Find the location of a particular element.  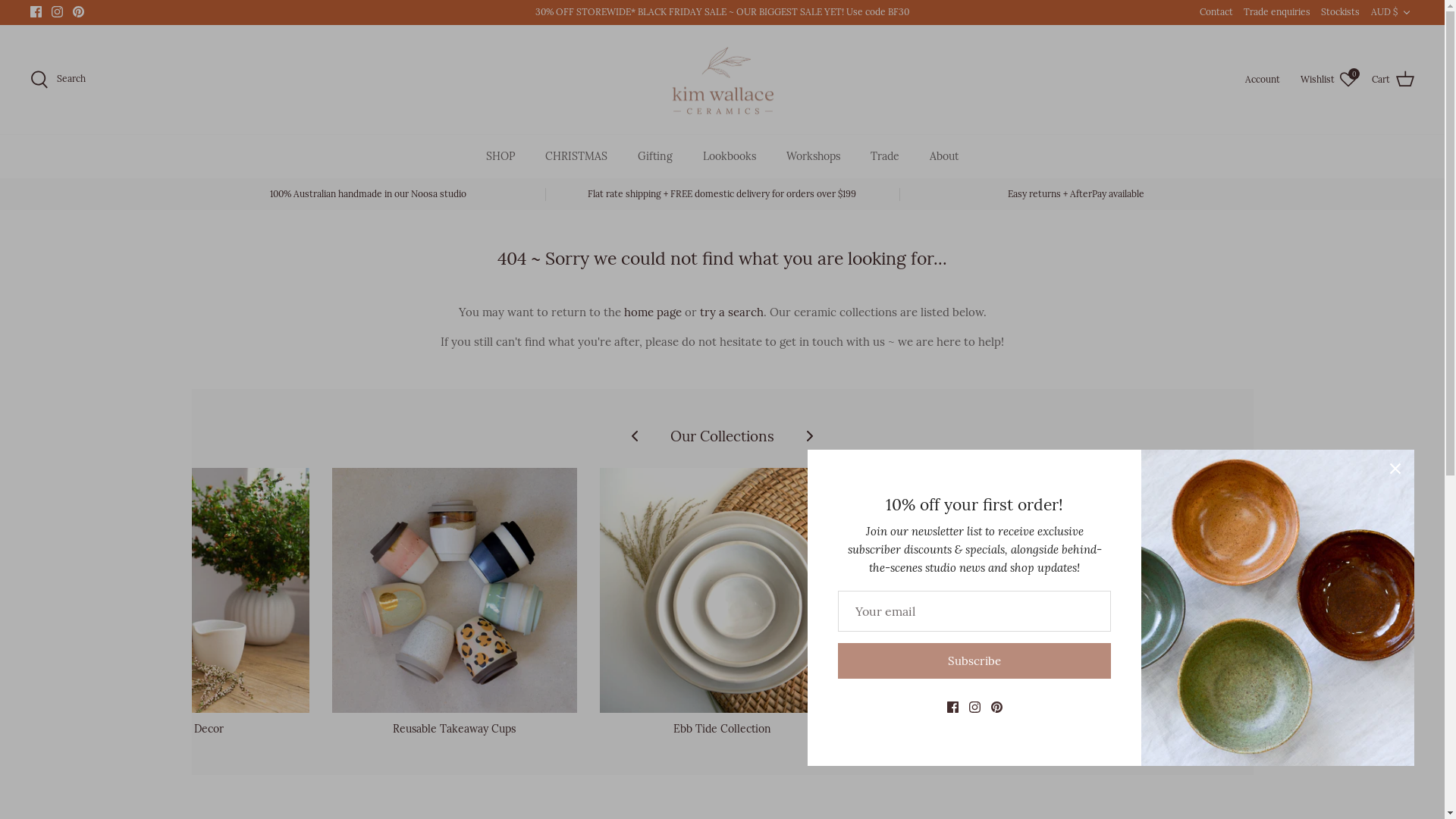

'Subscribe' is located at coordinates (974, 660).